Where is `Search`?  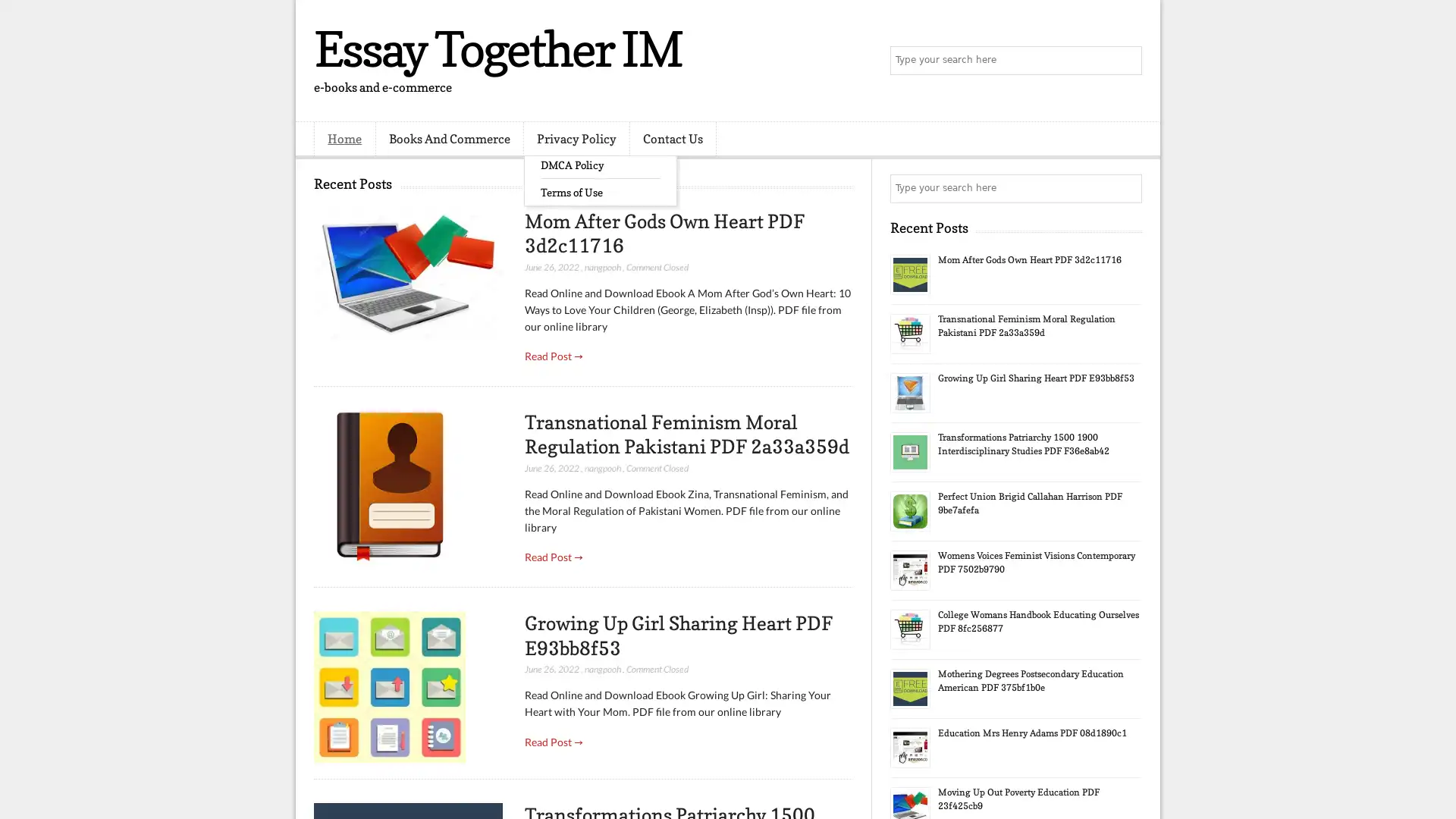
Search is located at coordinates (1126, 188).